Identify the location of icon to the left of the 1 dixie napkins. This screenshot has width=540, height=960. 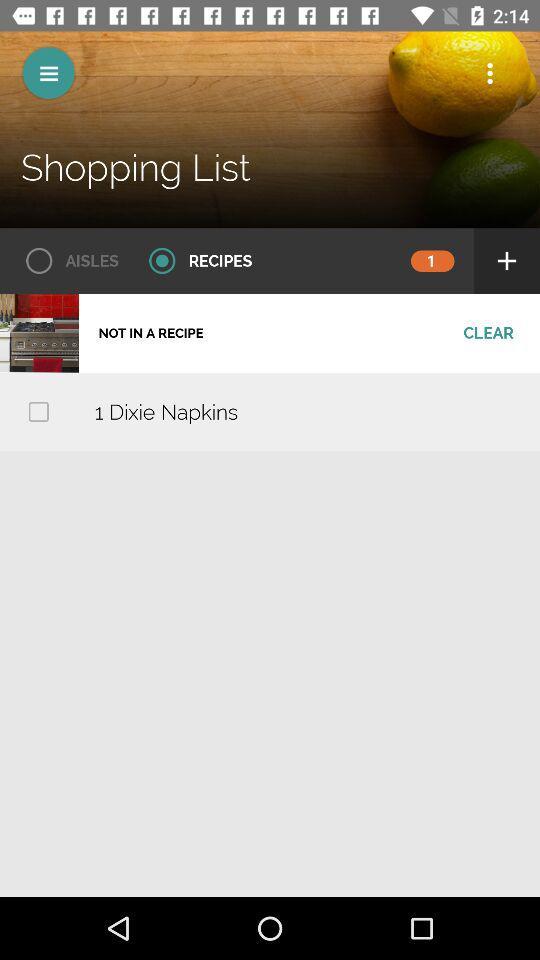
(38, 410).